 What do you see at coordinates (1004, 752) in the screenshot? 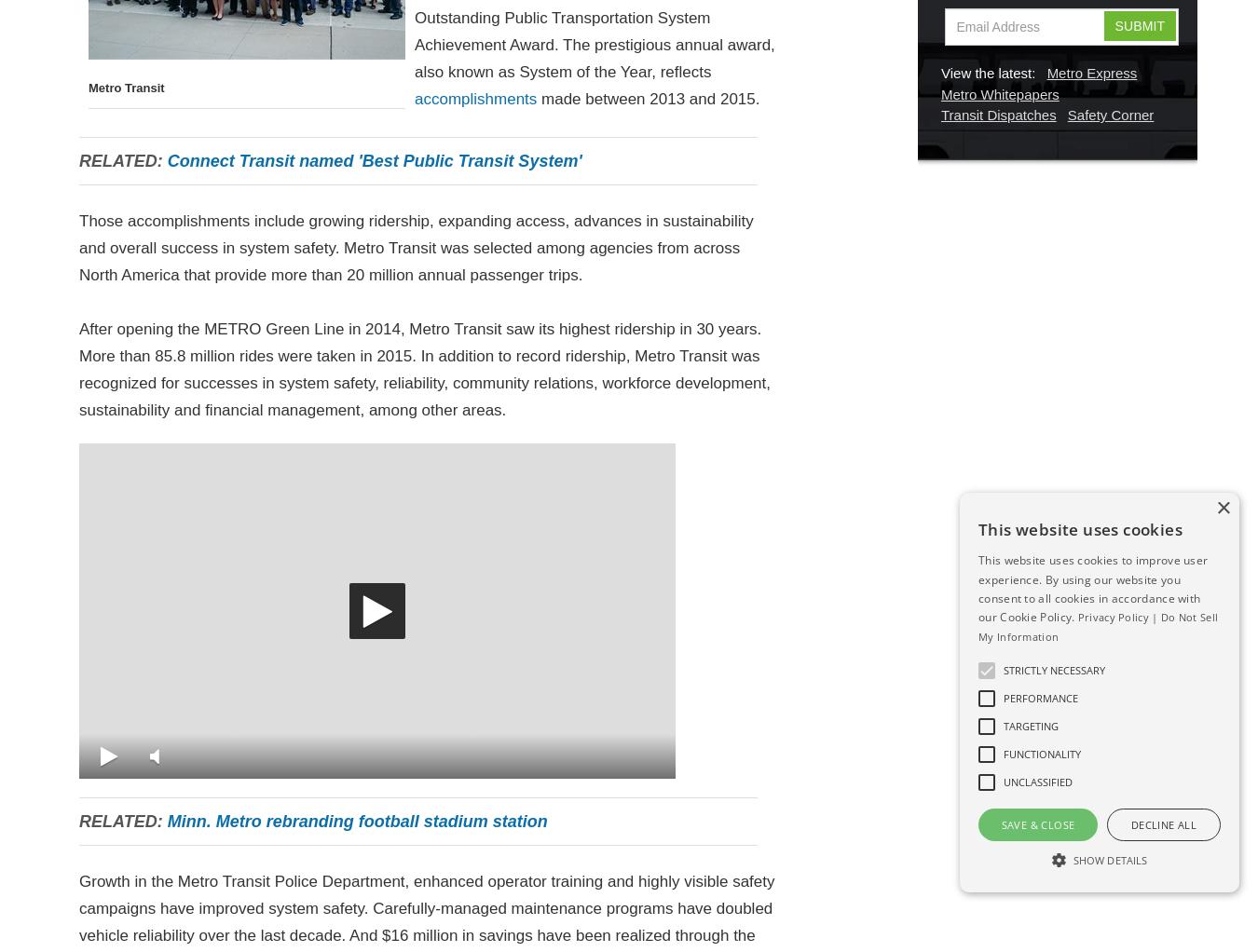
I see `'Functionality'` at bounding box center [1004, 752].